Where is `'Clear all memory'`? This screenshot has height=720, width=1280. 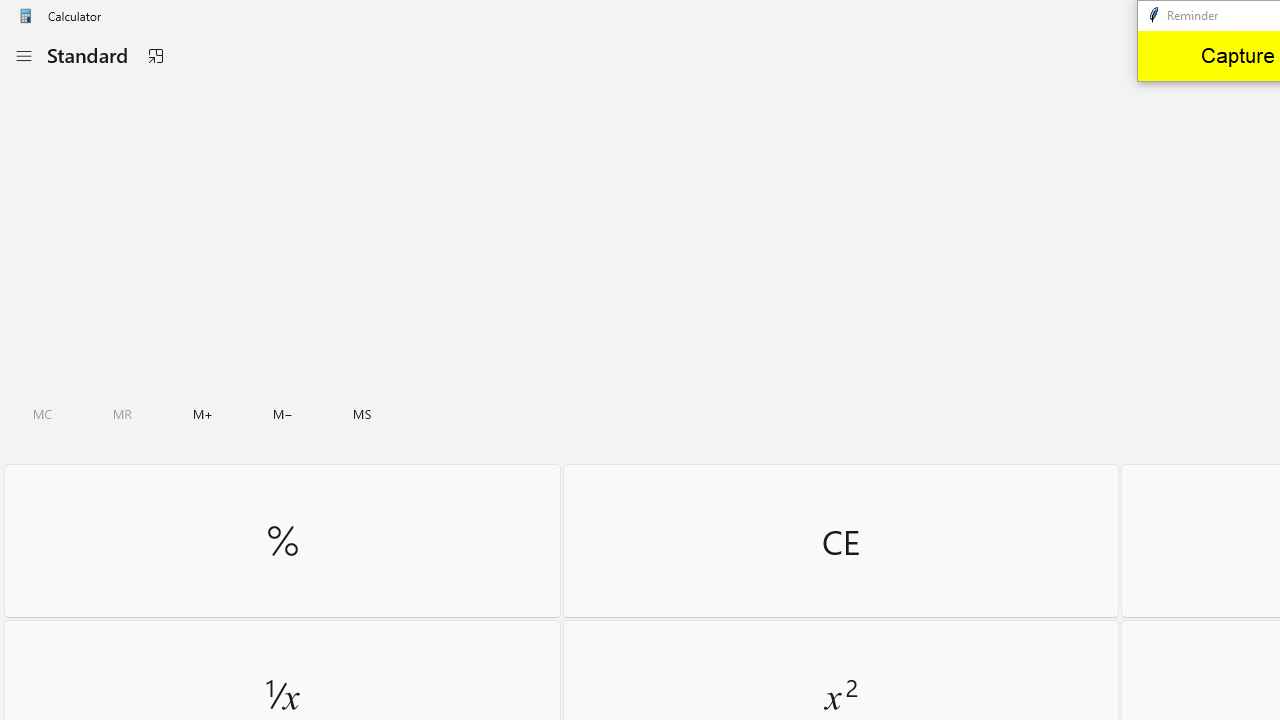 'Clear all memory' is located at coordinates (42, 413).